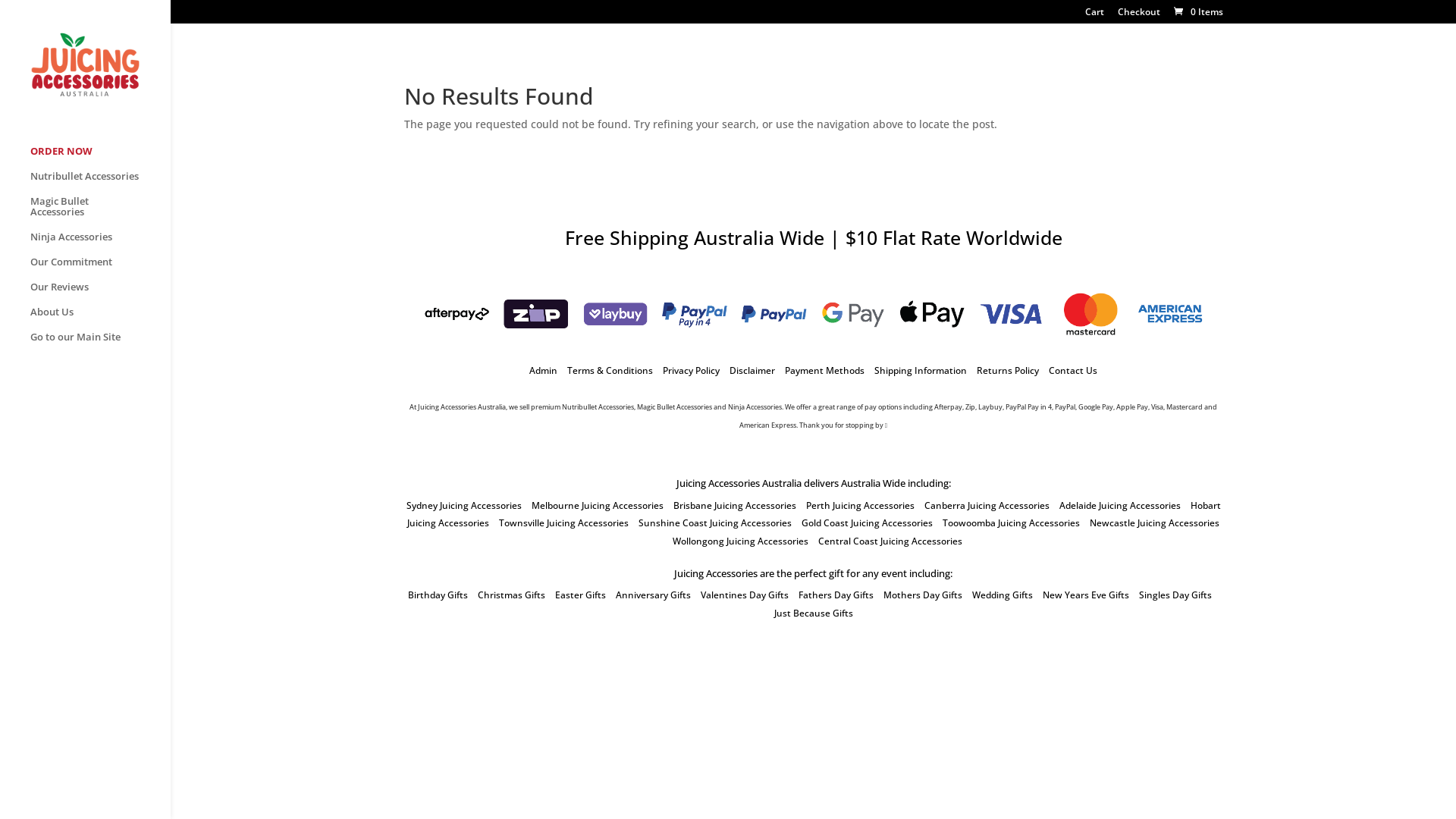 This screenshot has width=1456, height=819. Describe the element at coordinates (735, 505) in the screenshot. I see `'Brisbane Juicing Accessories'` at that location.